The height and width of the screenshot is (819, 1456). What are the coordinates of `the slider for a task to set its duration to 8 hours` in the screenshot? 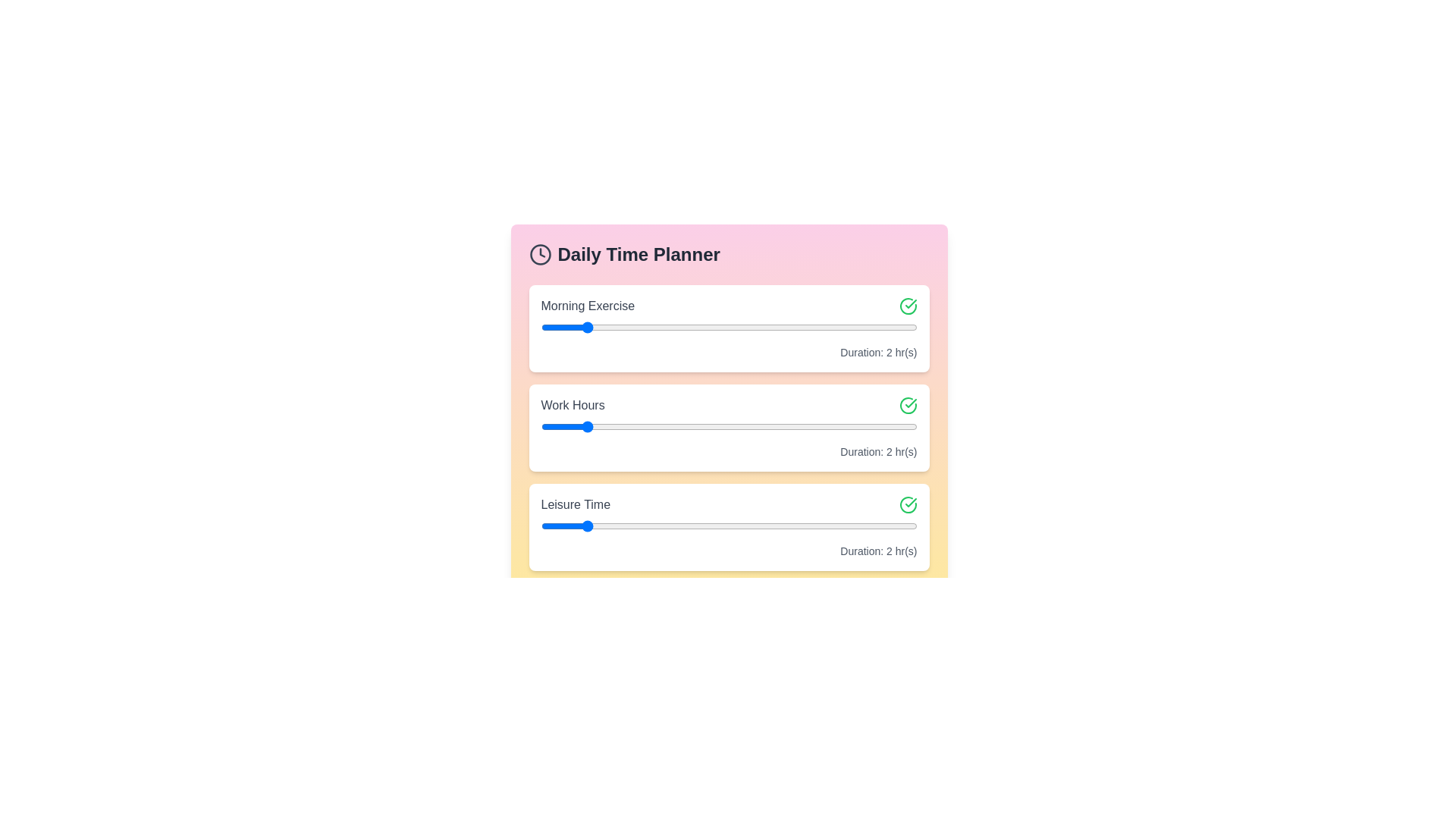 It's located at (833, 327).